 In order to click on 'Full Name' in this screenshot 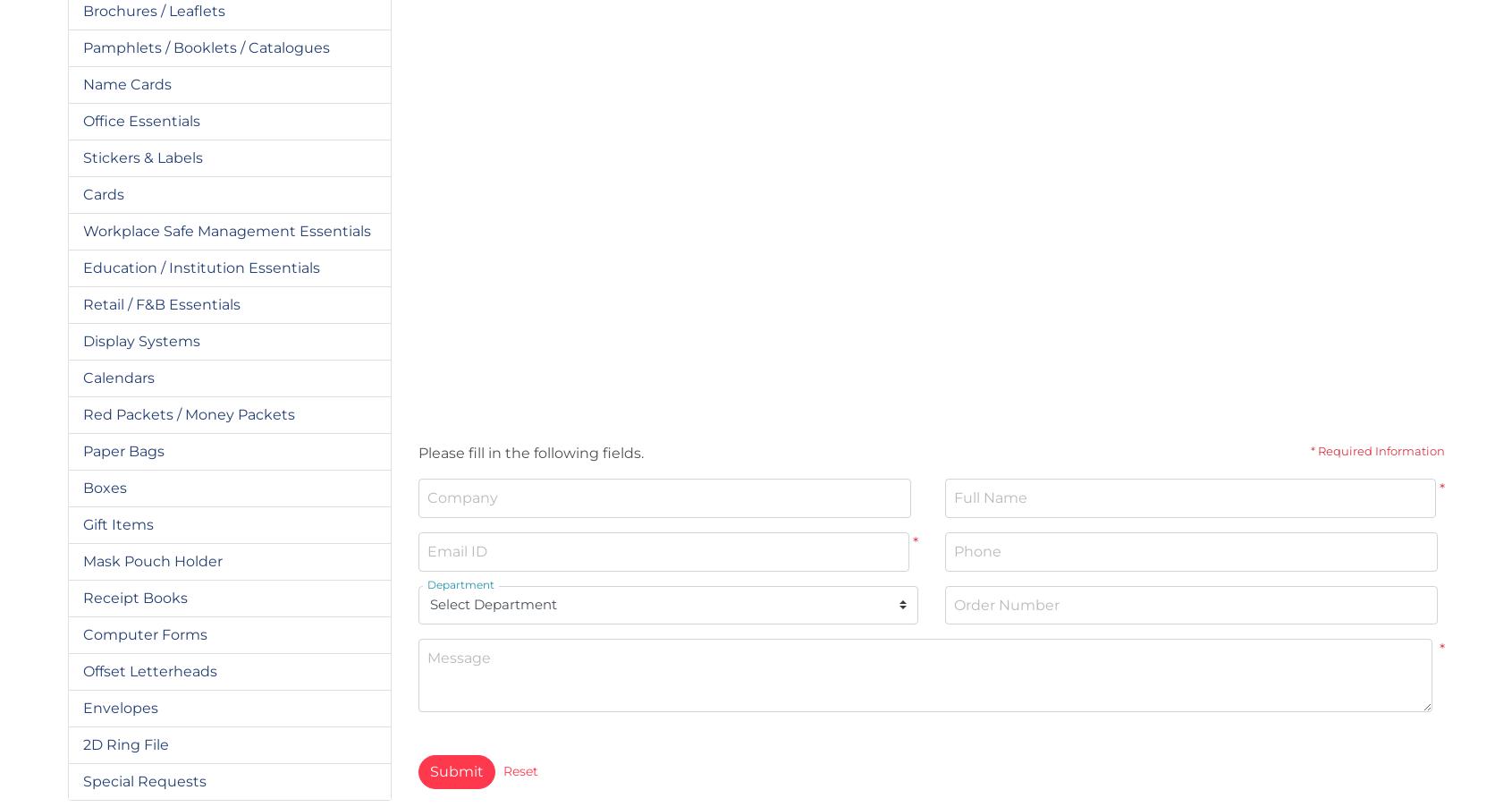, I will do `click(988, 497)`.